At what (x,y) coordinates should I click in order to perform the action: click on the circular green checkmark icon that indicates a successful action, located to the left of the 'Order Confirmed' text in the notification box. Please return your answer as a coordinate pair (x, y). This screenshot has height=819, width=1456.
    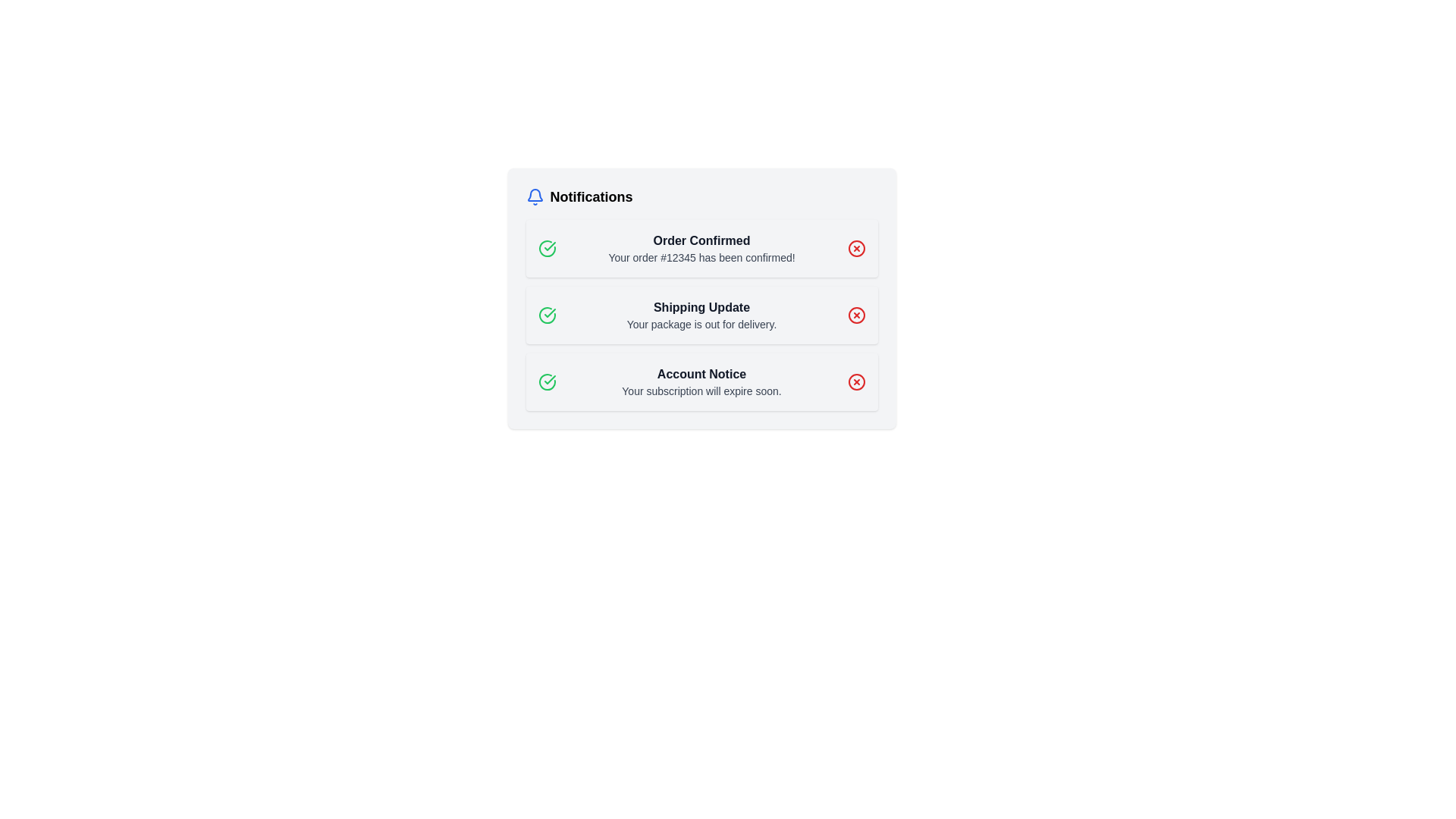
    Looking at the image, I should click on (546, 247).